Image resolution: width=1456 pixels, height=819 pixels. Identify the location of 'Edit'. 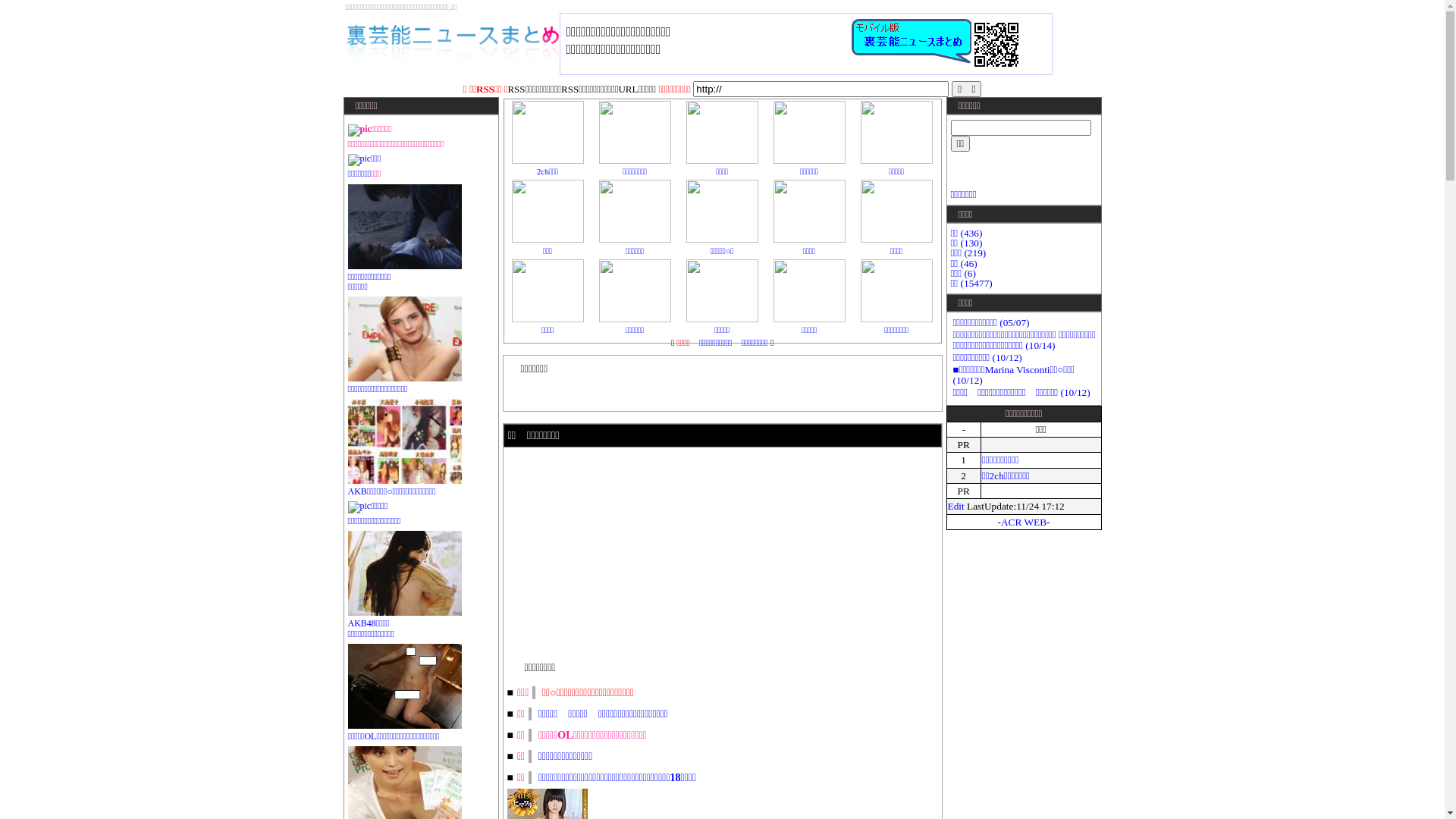
(955, 506).